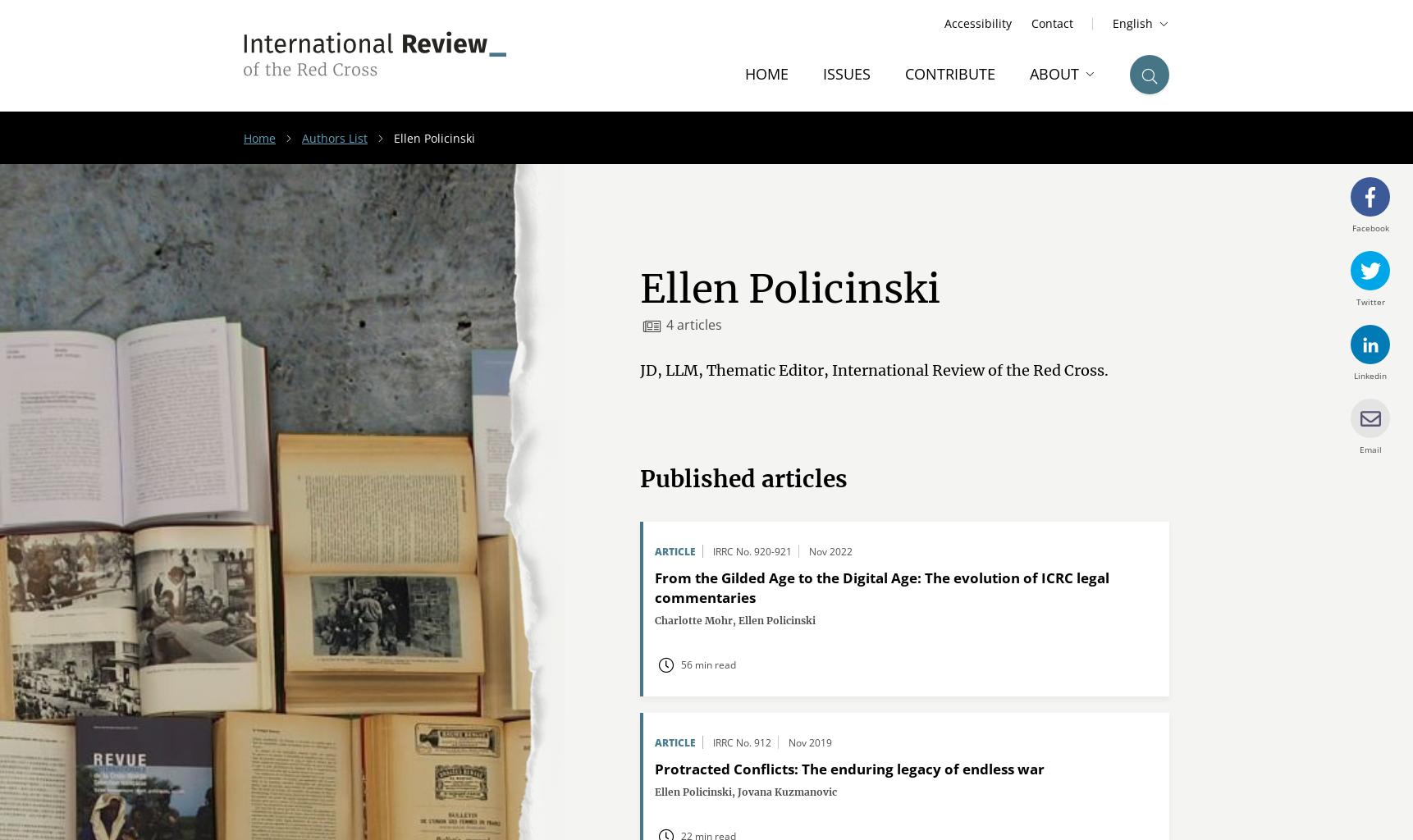  Describe the element at coordinates (746, 792) in the screenshot. I see `'Ellen Policinski, Jovana Kuzmanovic'` at that location.